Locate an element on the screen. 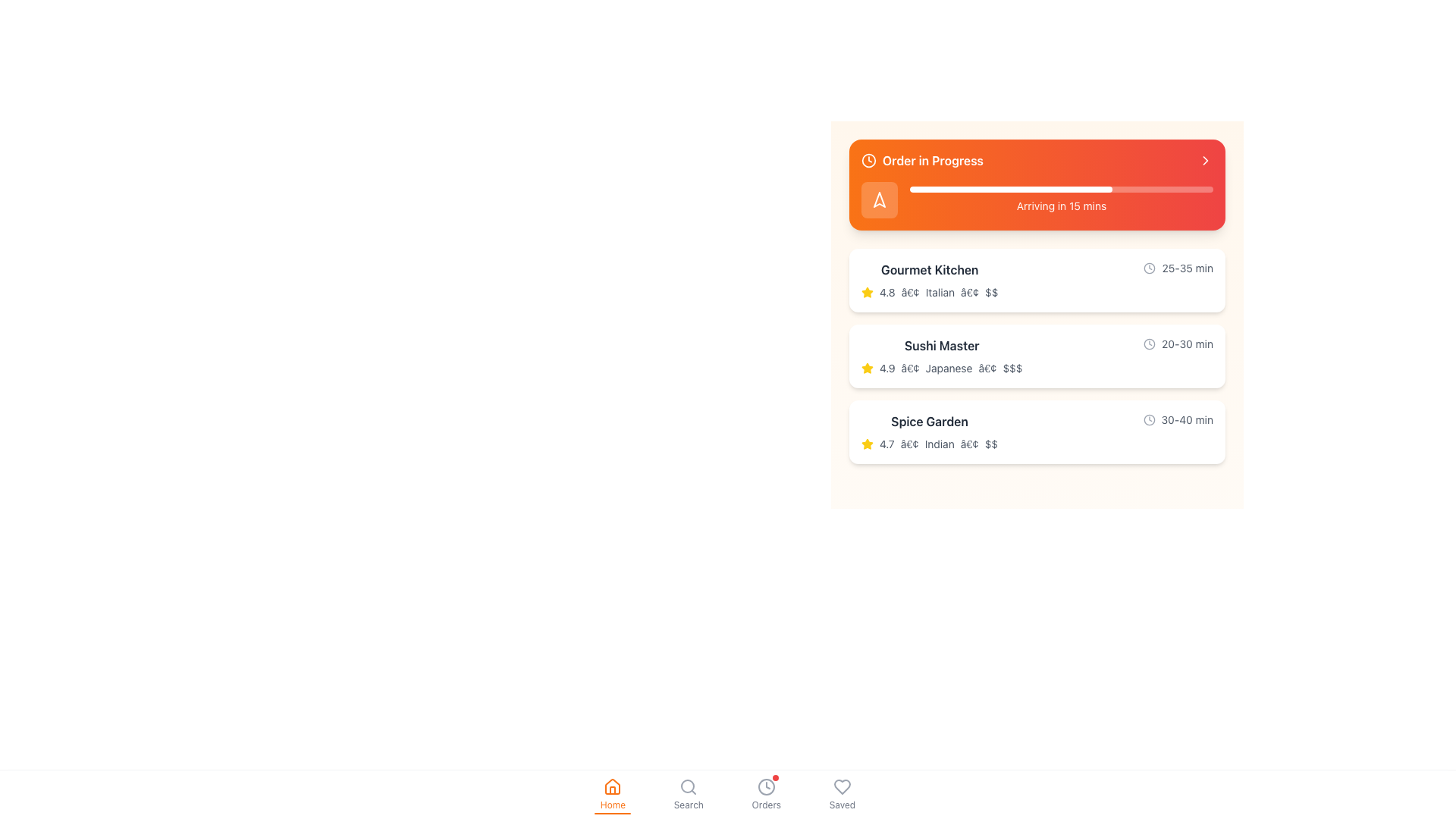 This screenshot has width=1456, height=819. the 'Order in Progress' banner which displays a clock icon on the left and a chevron icon on the right, set against a gradient orange to red background is located at coordinates (1037, 161).